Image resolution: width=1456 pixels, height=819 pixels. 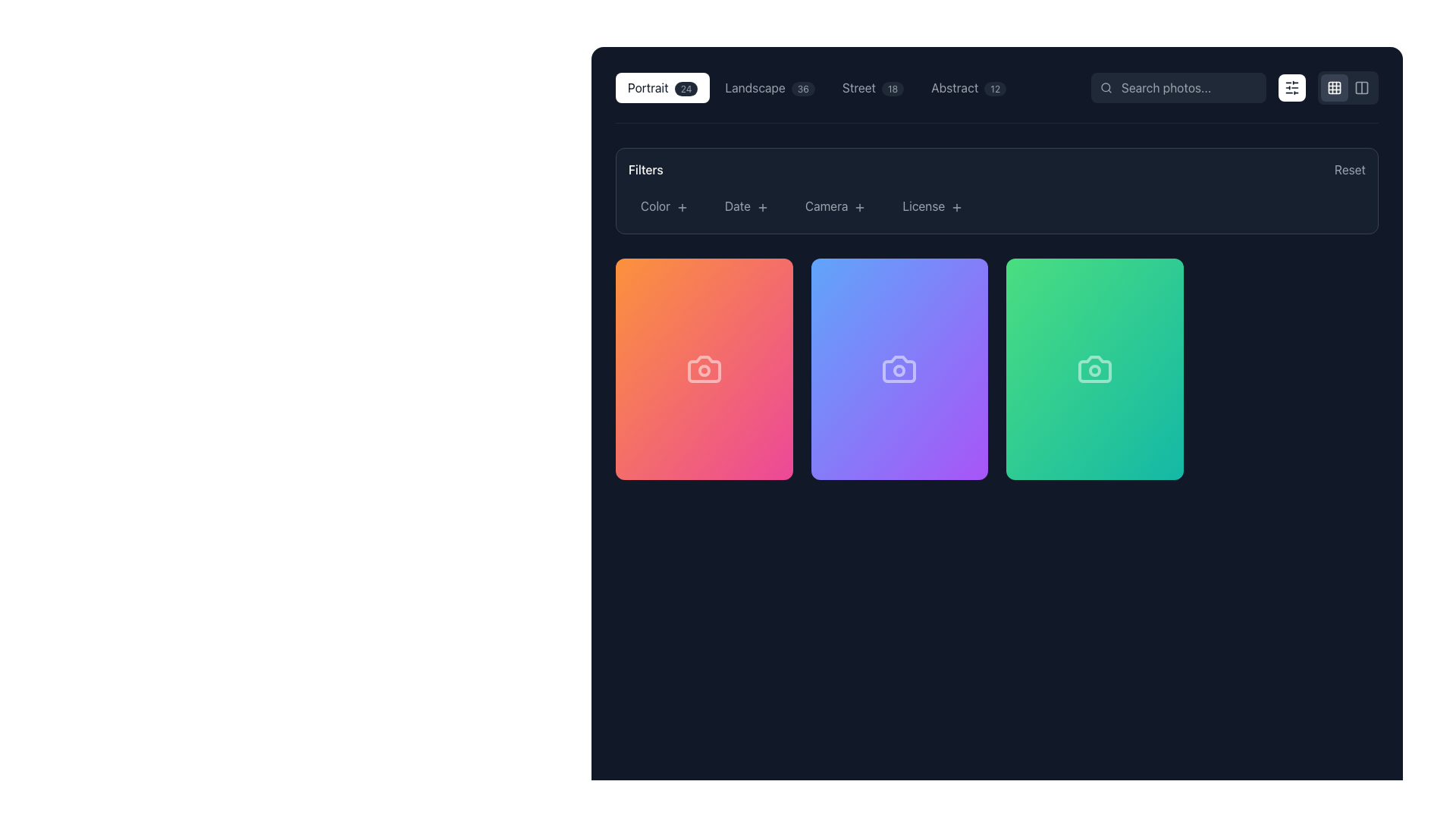 What do you see at coordinates (703, 370) in the screenshot?
I see `the circular lens of the camera icon located in the first card from the left in a horizontal row of three cards` at bounding box center [703, 370].